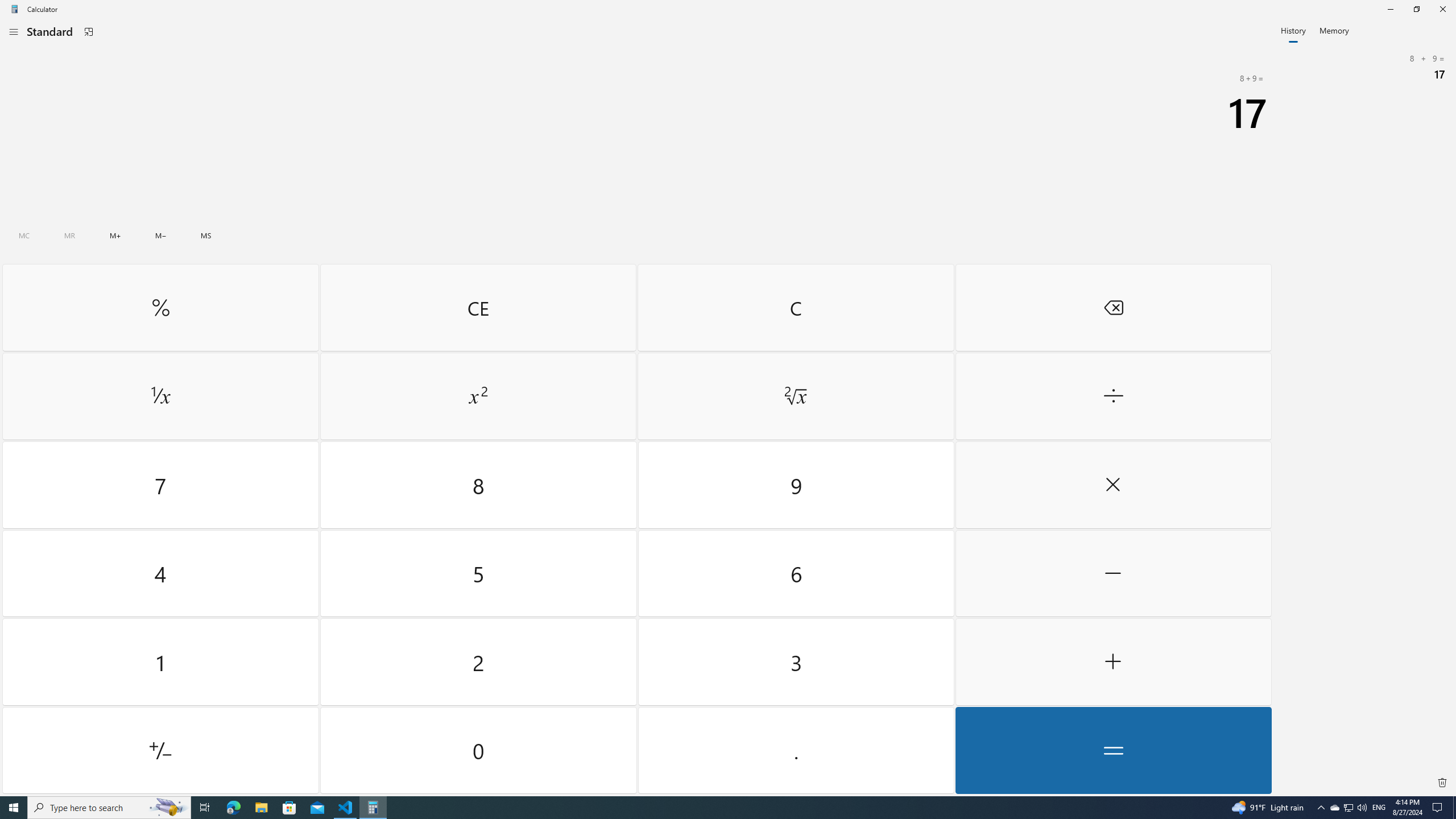 The image size is (1456, 819). Describe the element at coordinates (206, 235) in the screenshot. I see `'Memory store'` at that location.